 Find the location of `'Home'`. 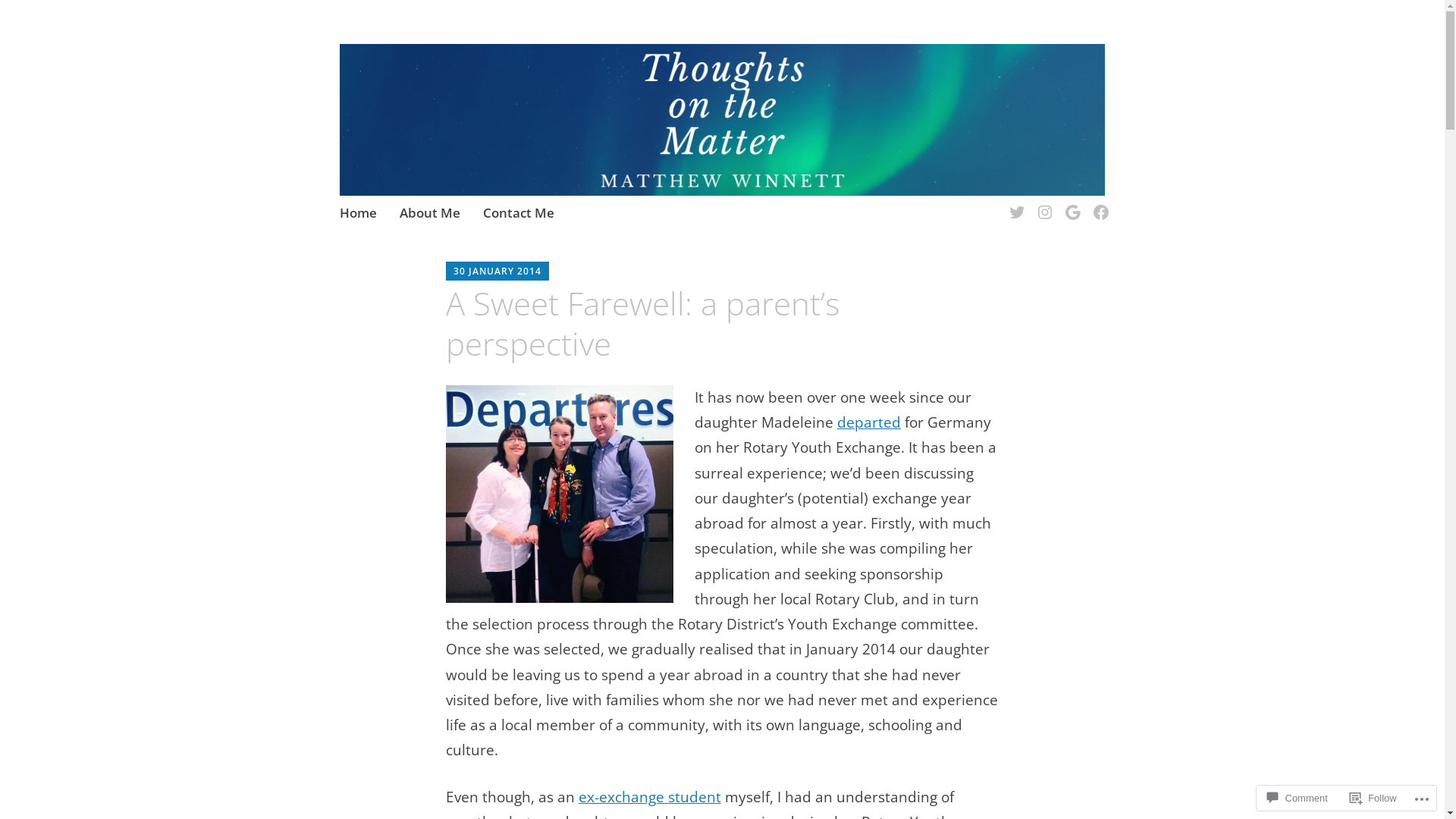

'Home' is located at coordinates (357, 214).